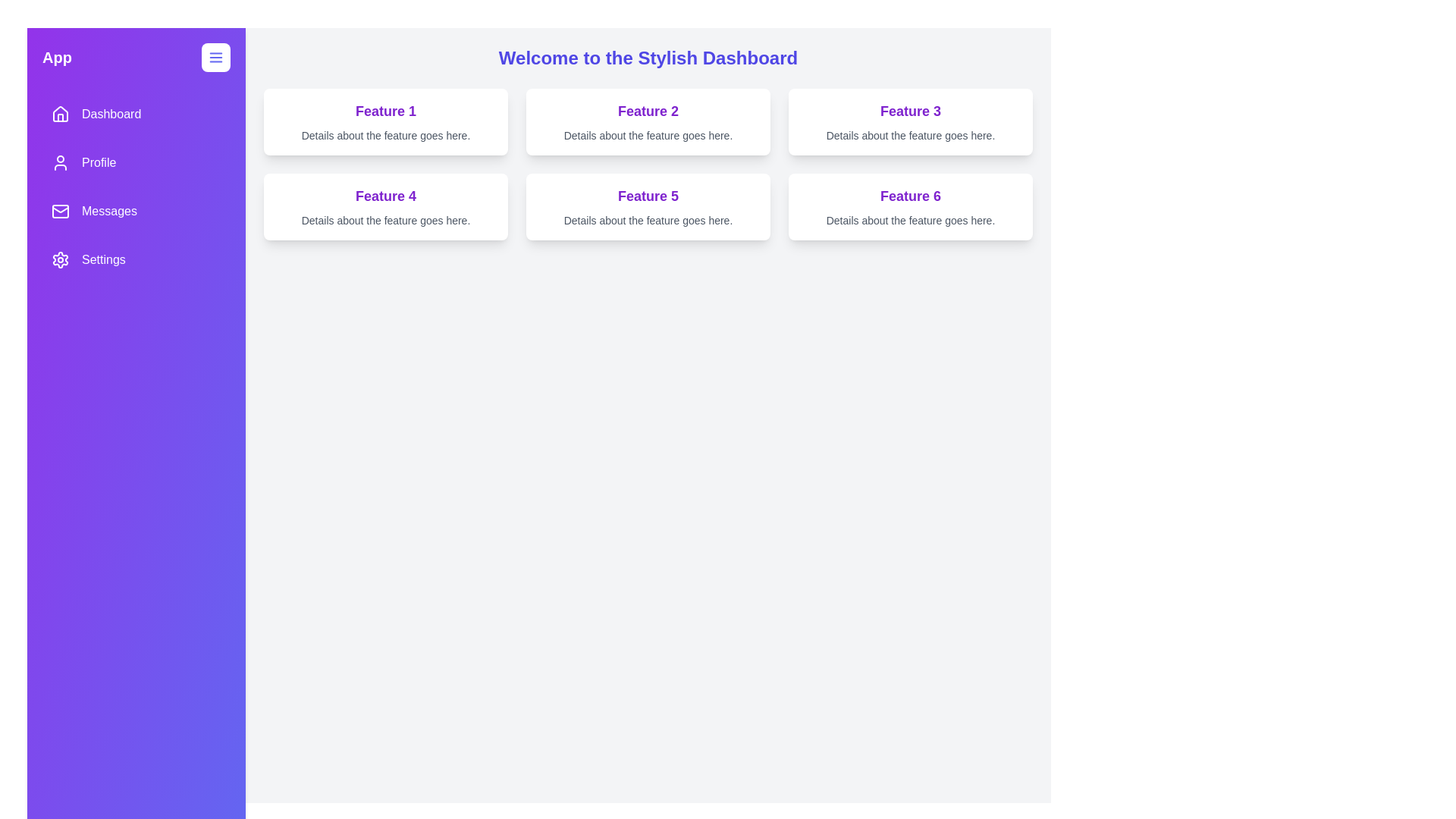  Describe the element at coordinates (61, 113) in the screenshot. I see `the house outline icon located in the vertical navigation bar to the left of the 'Dashboard' label` at that location.